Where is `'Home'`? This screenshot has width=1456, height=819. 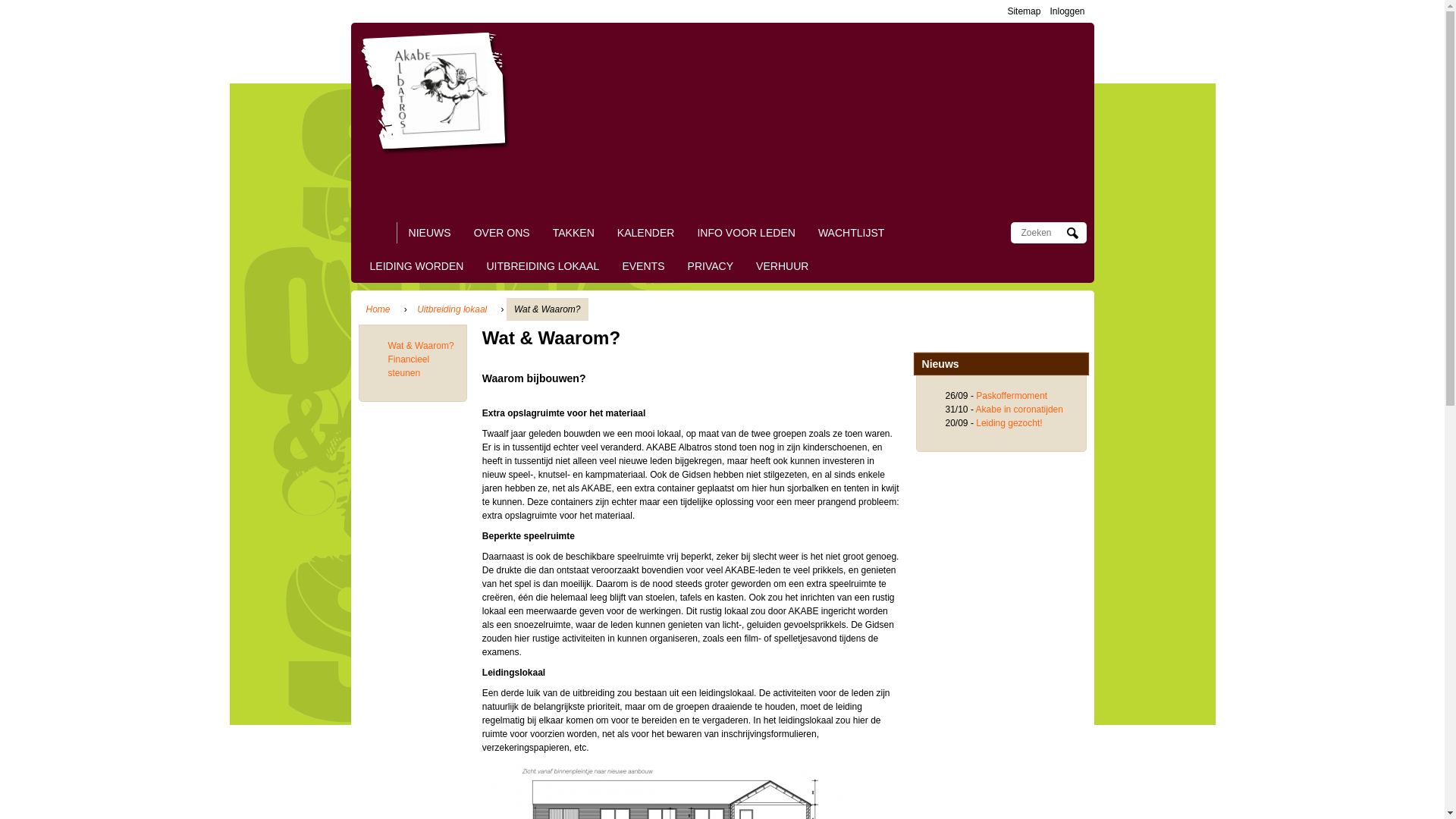 'Home' is located at coordinates (378, 309).